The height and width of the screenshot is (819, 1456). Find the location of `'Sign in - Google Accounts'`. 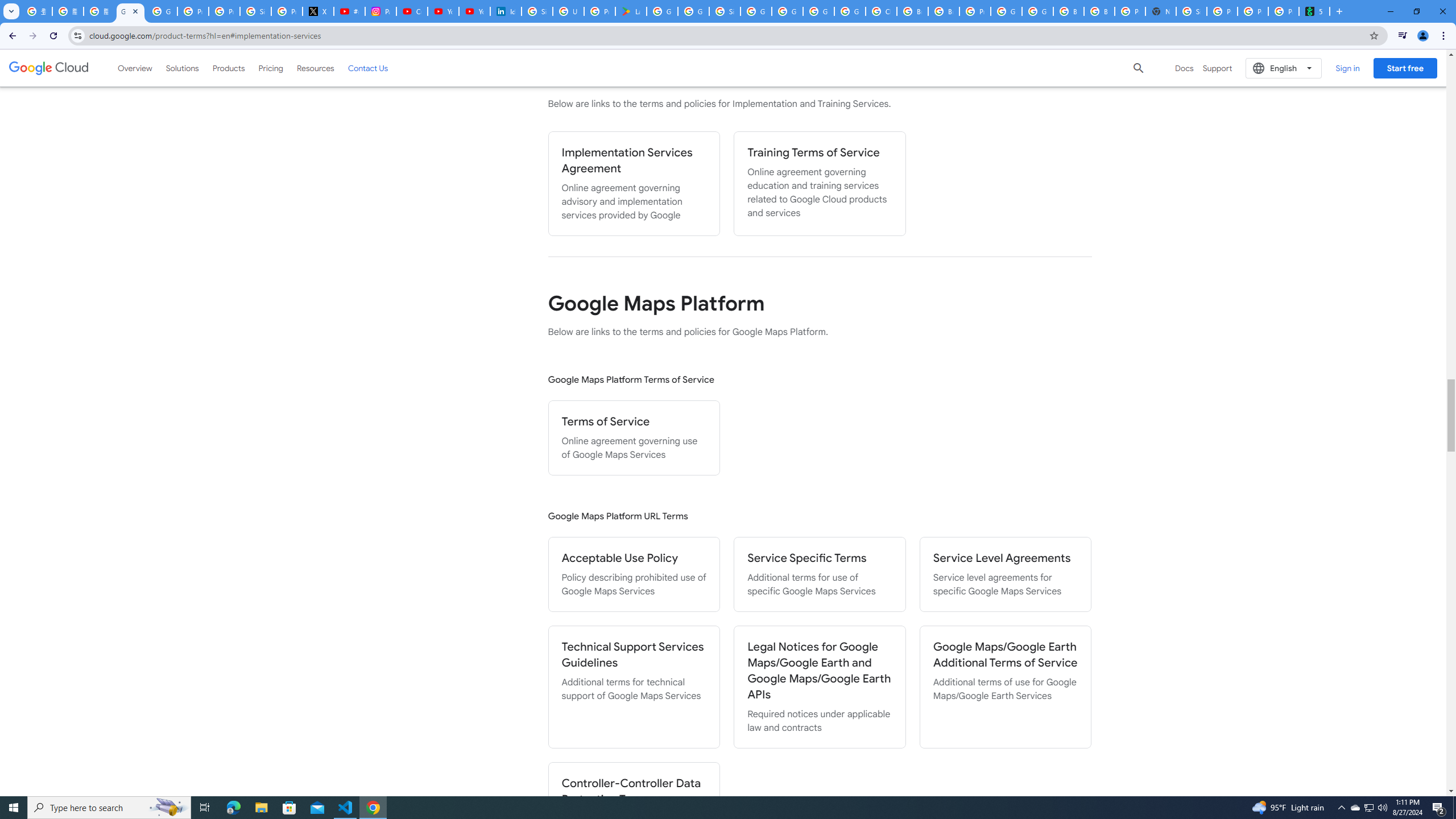

'Sign in - Google Accounts' is located at coordinates (536, 11).